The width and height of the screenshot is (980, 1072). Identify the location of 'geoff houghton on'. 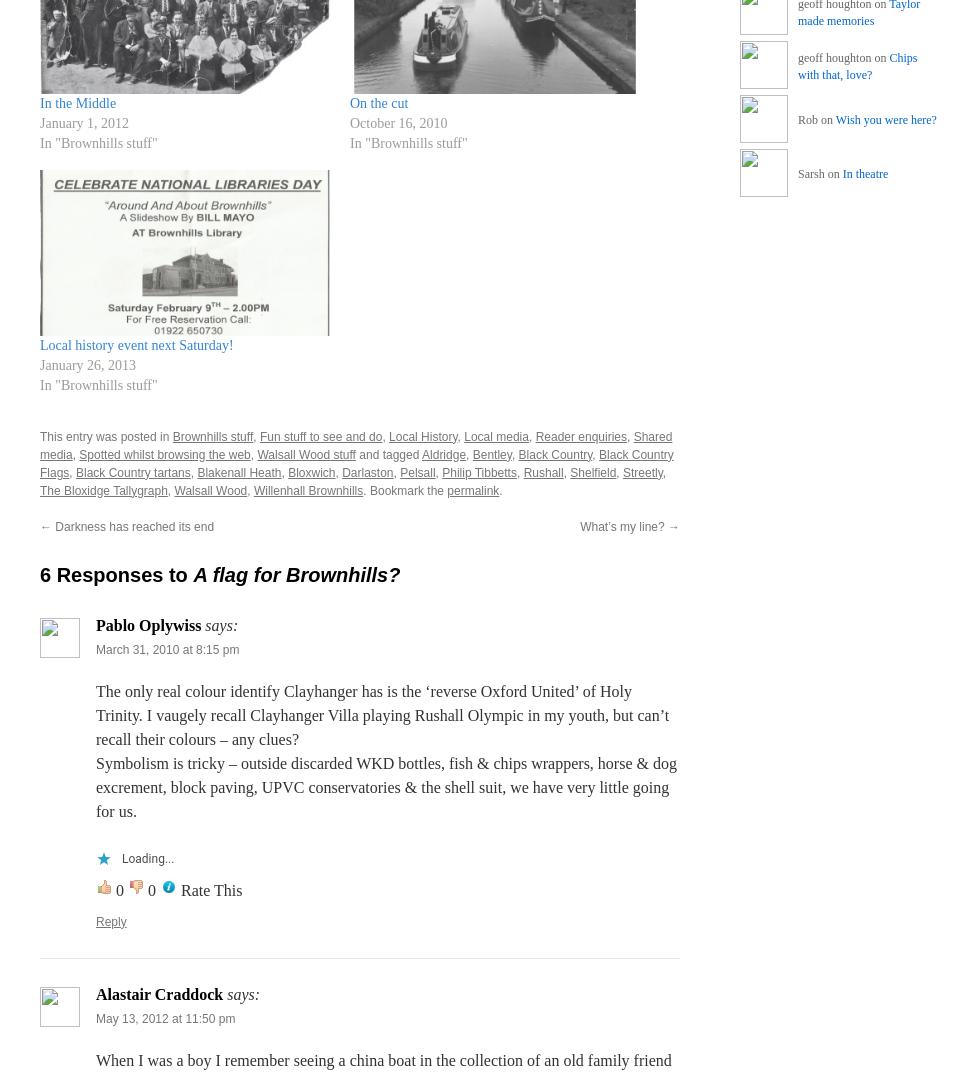
(843, 56).